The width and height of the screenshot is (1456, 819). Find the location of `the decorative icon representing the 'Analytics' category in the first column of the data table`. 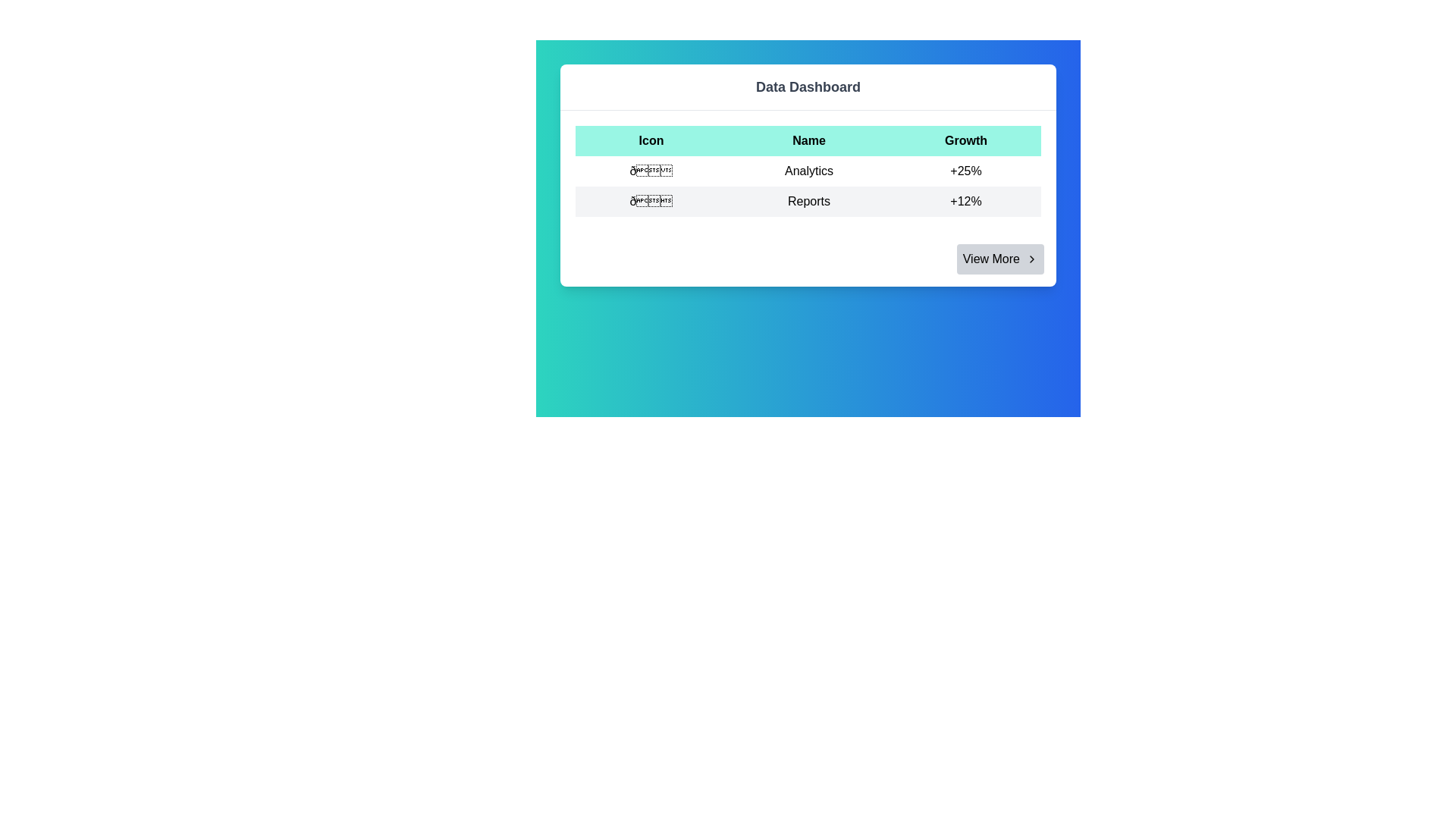

the decorative icon representing the 'Analytics' category in the first column of the data table is located at coordinates (651, 171).